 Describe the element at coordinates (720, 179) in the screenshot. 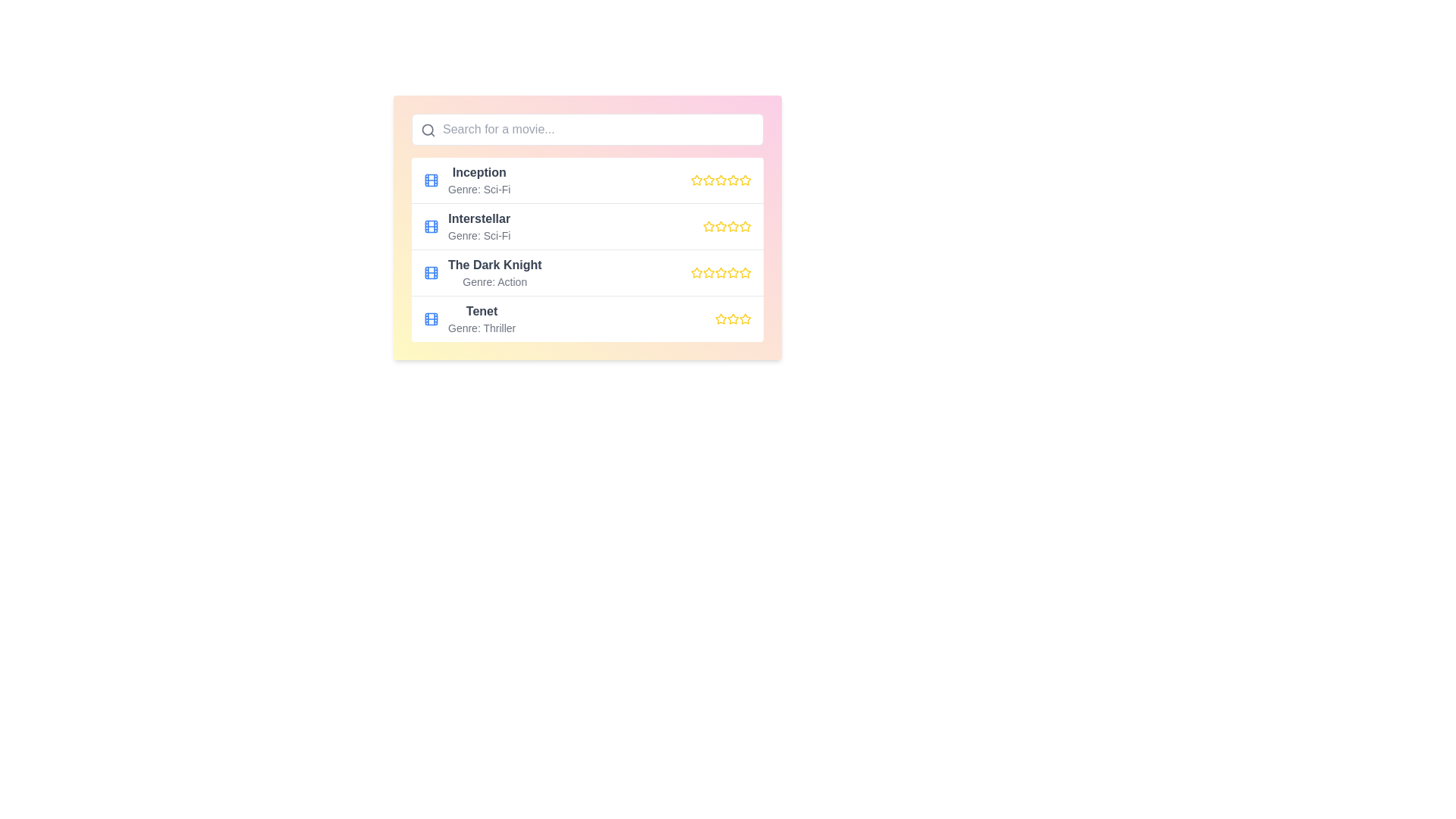

I see `the second star-shaped icon with a hollow center and yellow outline next to the movie 'Inception'` at that location.